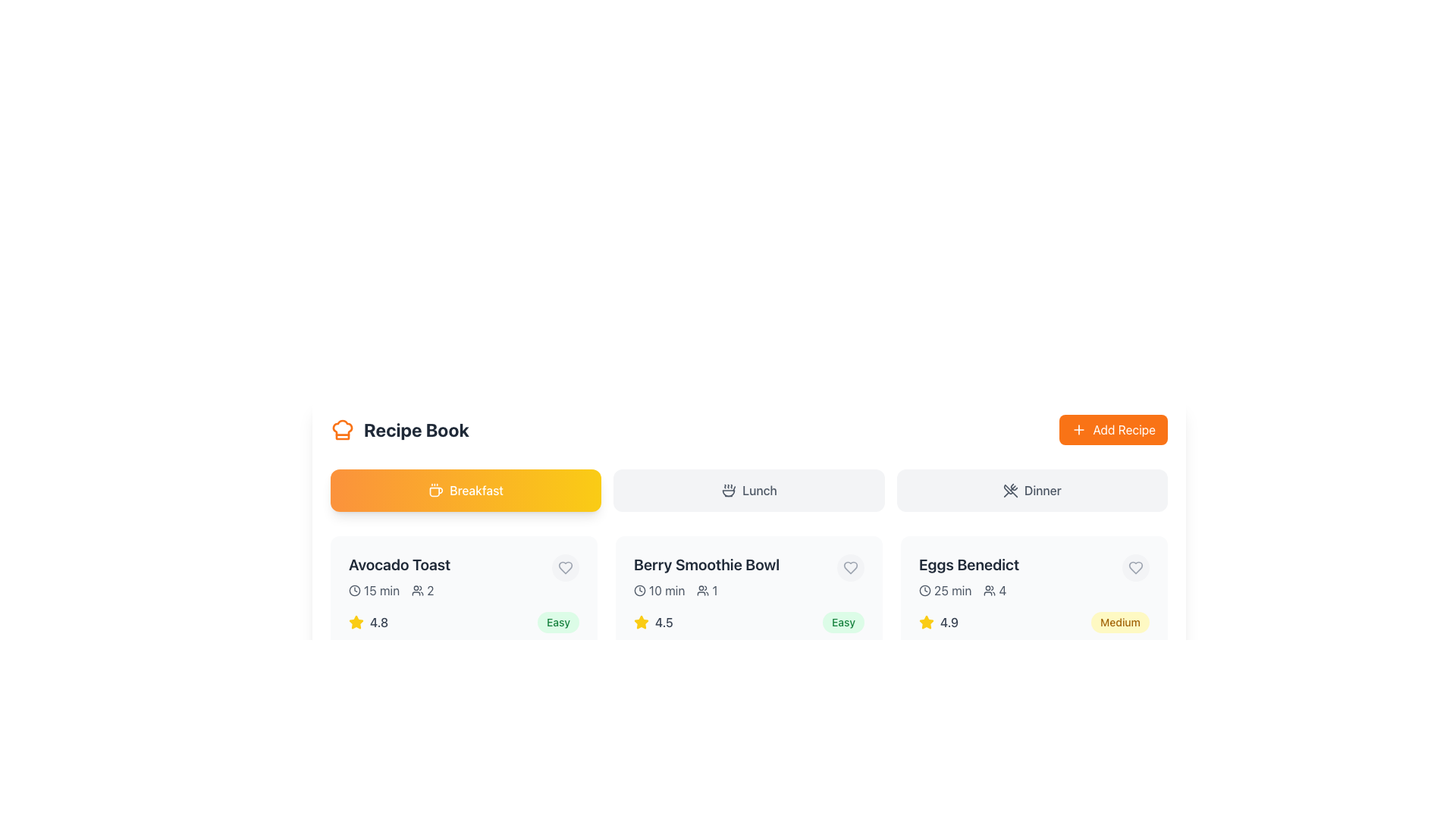 This screenshot has width=1456, height=819. I want to click on the Card Component representing the 'Berry Smoothie Bowl', which is the second item in a grid layout, located in the center column between 'Avocado Toast' and 'Eggs Benedict', so click(749, 617).